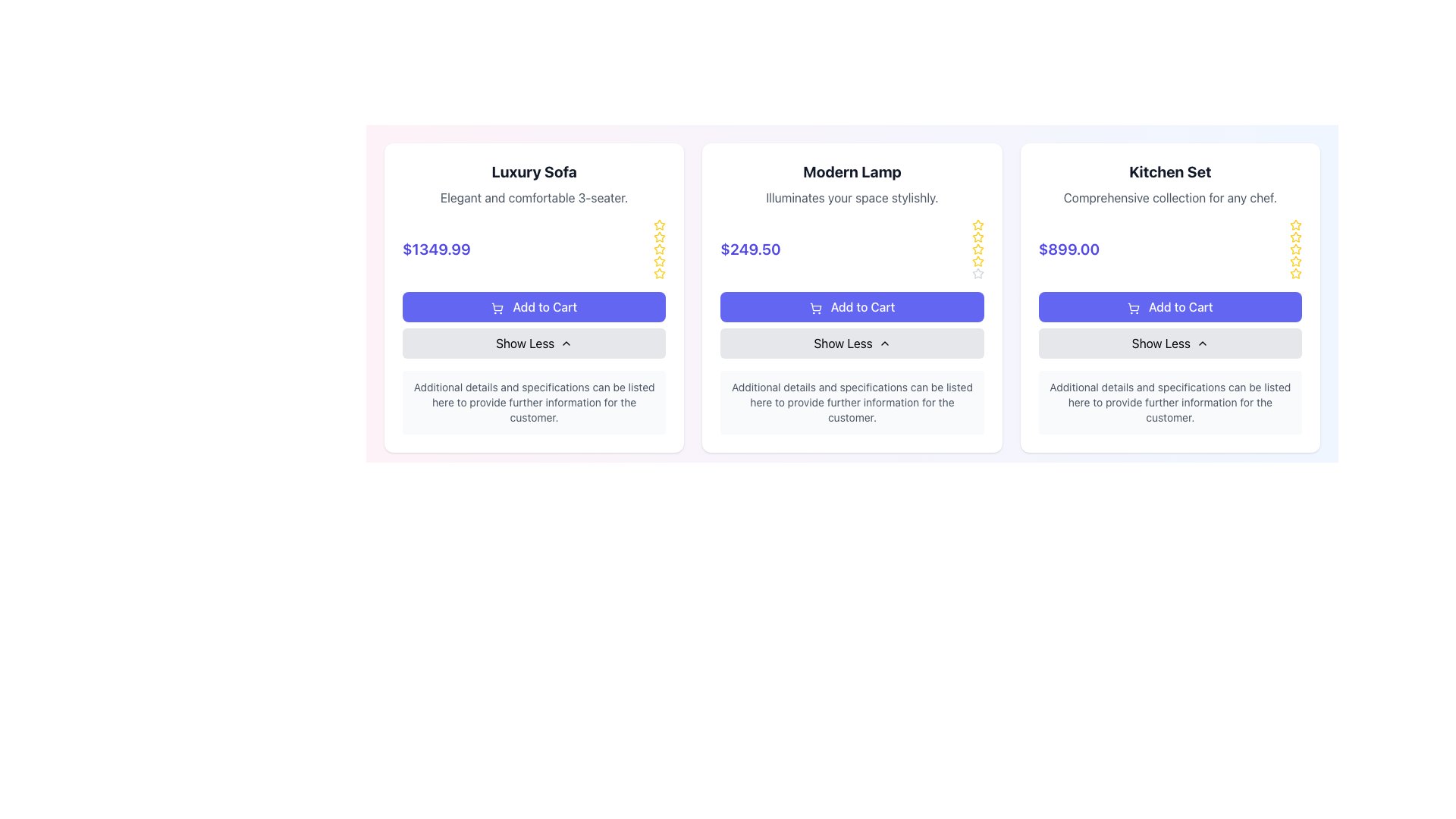 This screenshot has width=1456, height=819. What do you see at coordinates (852, 402) in the screenshot?
I see `the informational text block located at the bottom center of the 'Modern Lamp' card, under the 'Show Less ↑' button` at bounding box center [852, 402].